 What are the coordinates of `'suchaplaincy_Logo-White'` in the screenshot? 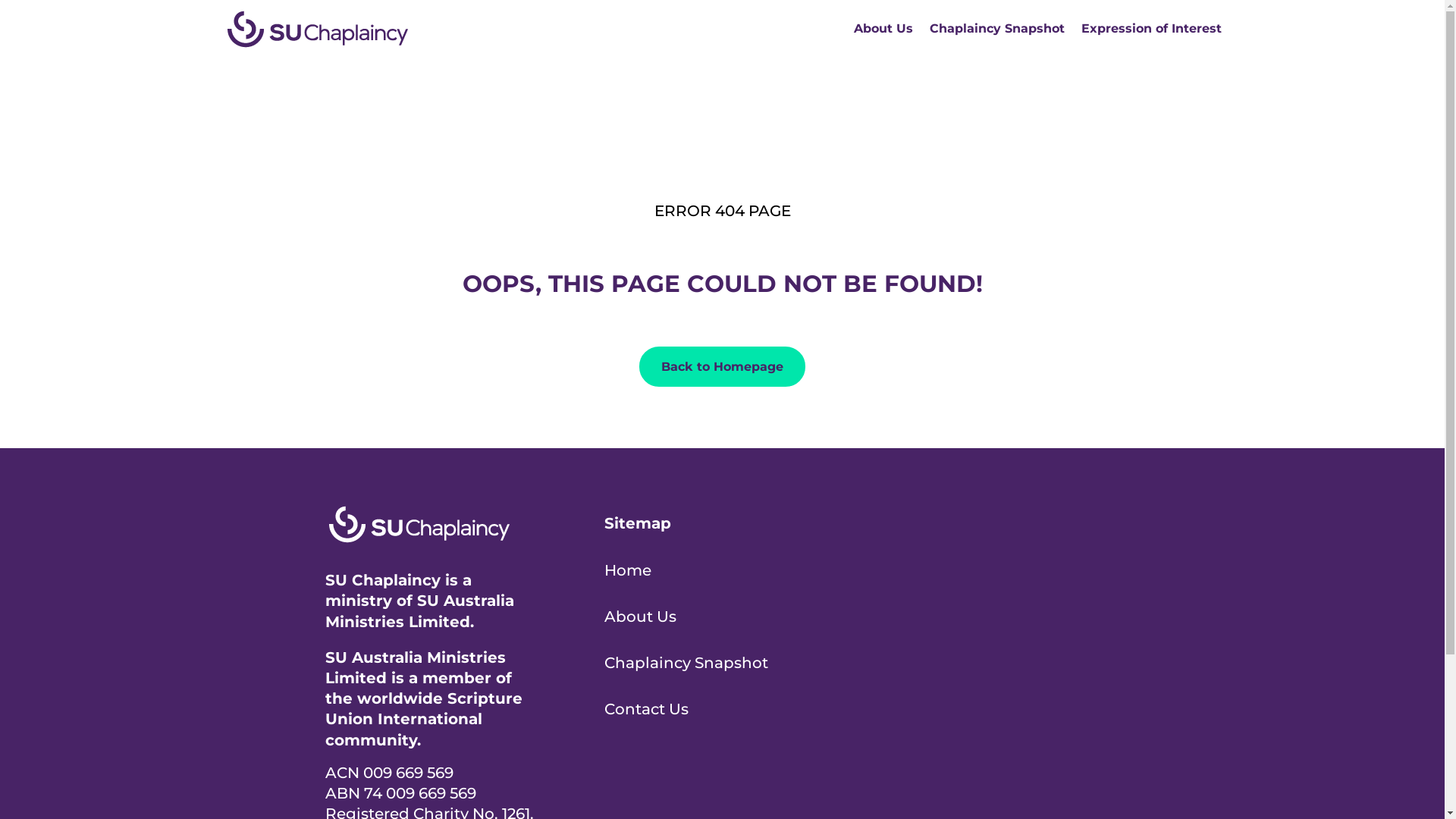 It's located at (419, 523).